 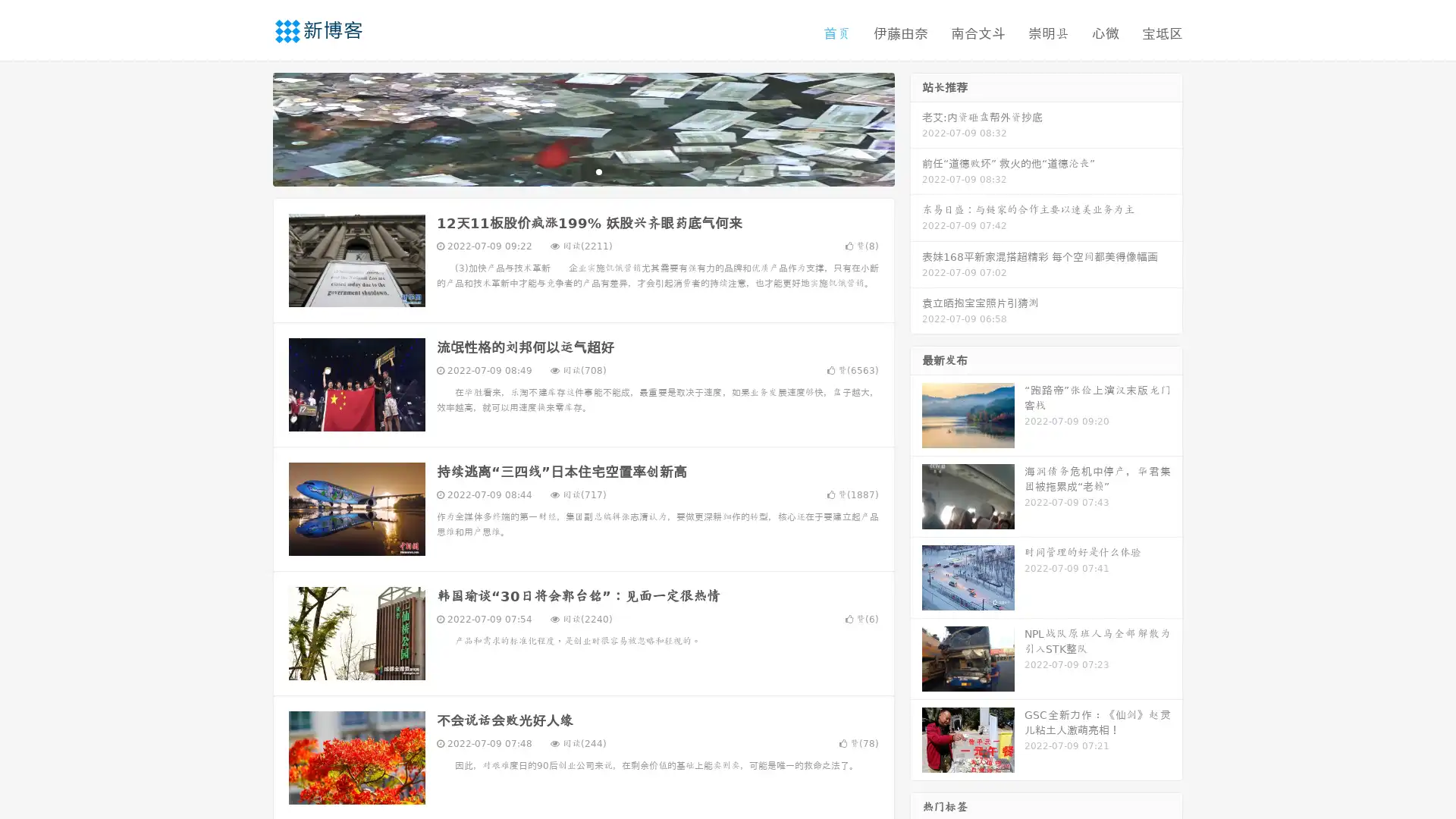 What do you see at coordinates (250, 127) in the screenshot?
I see `Previous slide` at bounding box center [250, 127].